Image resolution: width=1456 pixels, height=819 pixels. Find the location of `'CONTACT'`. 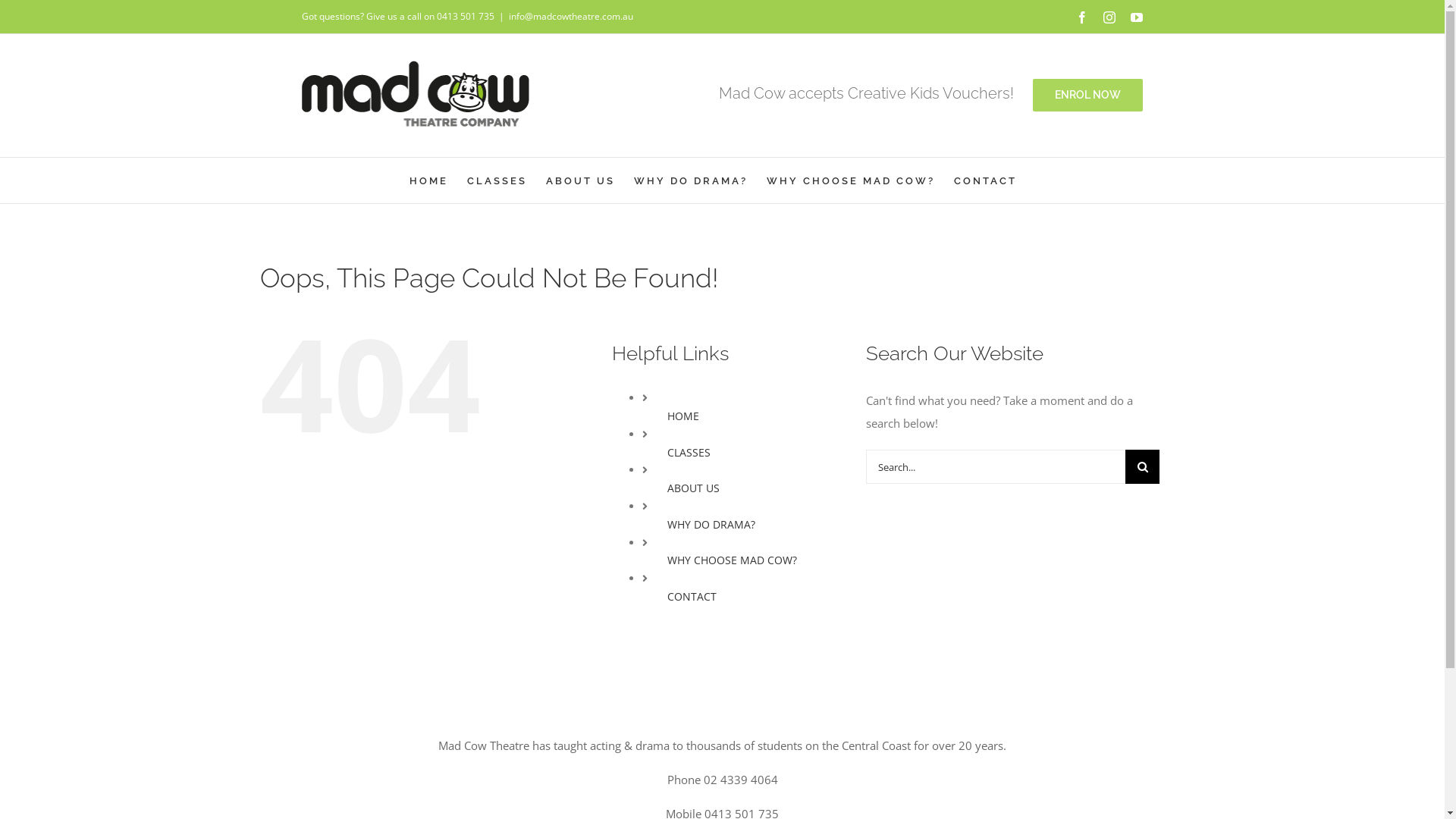

'CONTACT' is located at coordinates (985, 180).